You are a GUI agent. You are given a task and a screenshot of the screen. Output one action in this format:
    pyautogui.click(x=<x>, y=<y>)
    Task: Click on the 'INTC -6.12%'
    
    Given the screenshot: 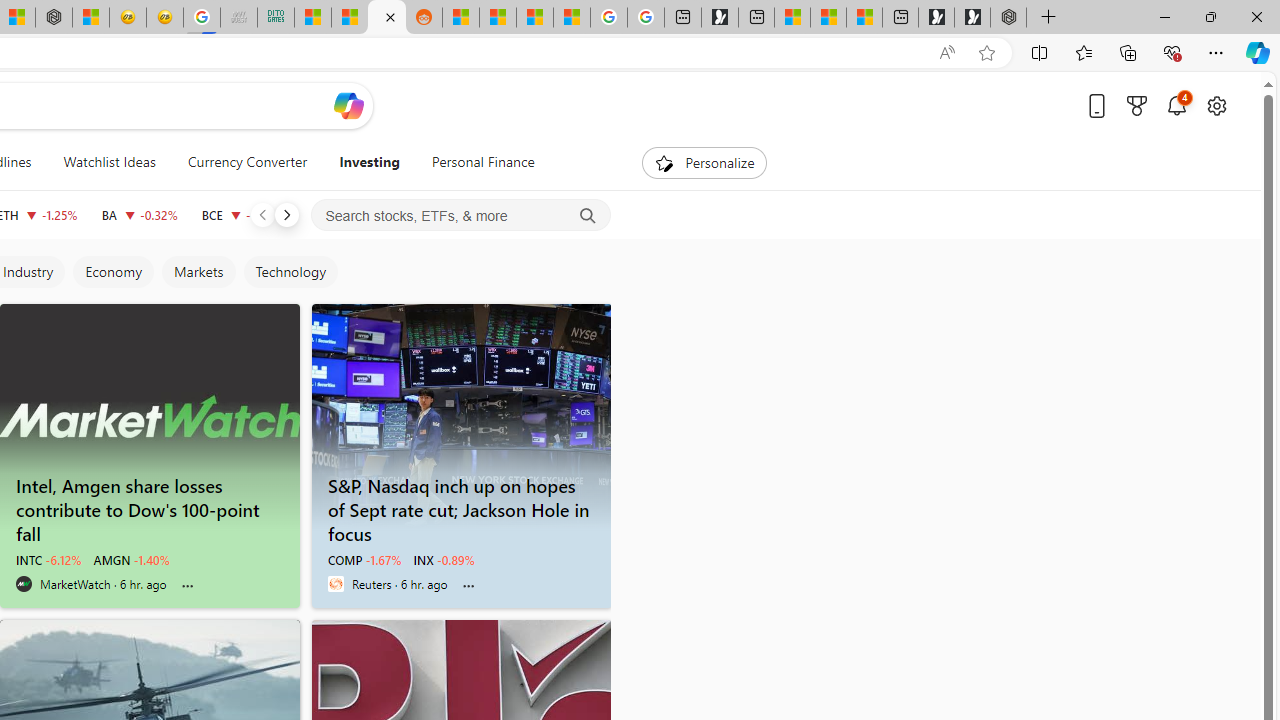 What is the action you would take?
    pyautogui.click(x=48, y=560)
    